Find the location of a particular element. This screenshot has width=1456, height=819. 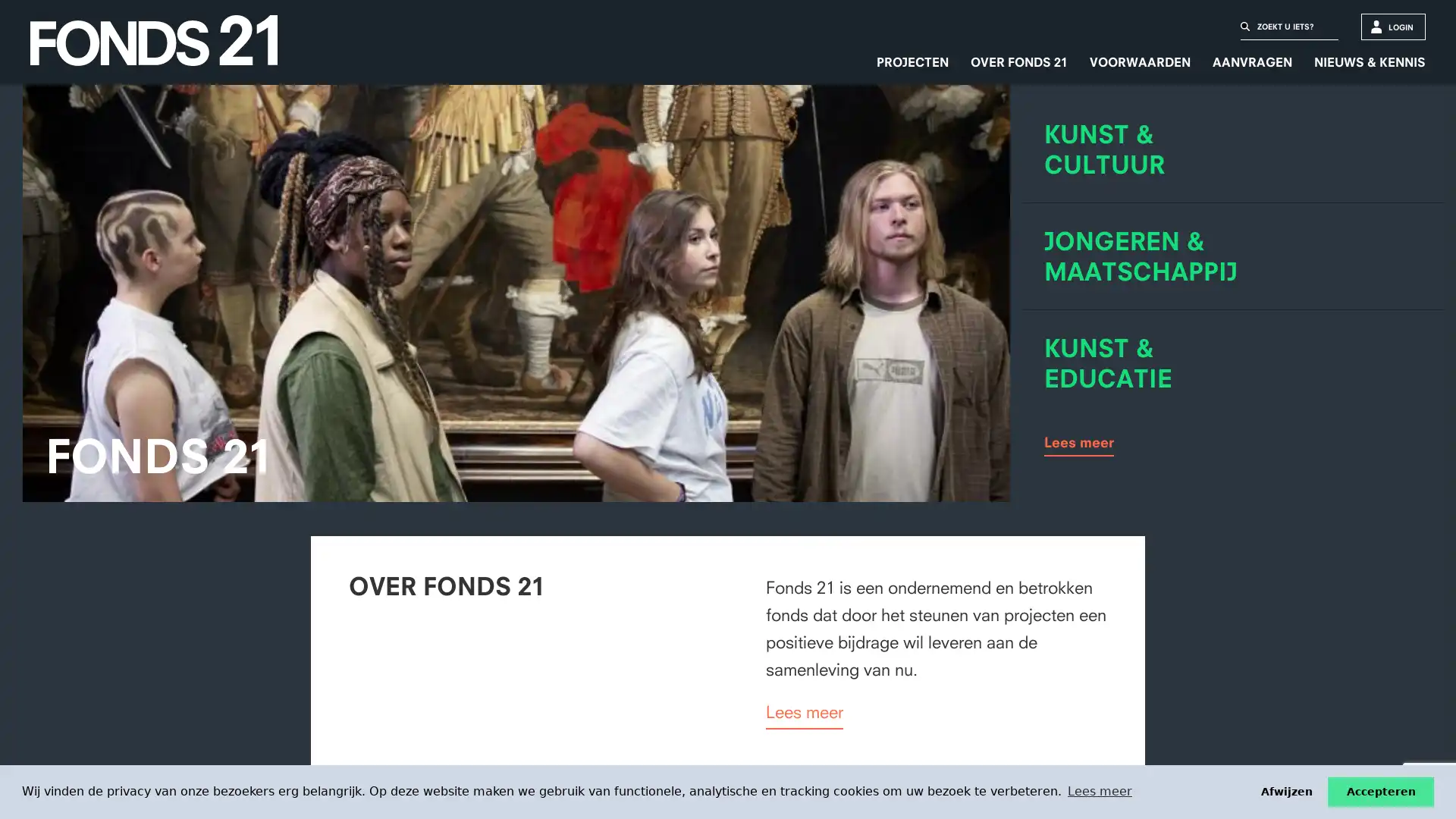

Ik weiger de cookies is located at coordinates (1285, 791).